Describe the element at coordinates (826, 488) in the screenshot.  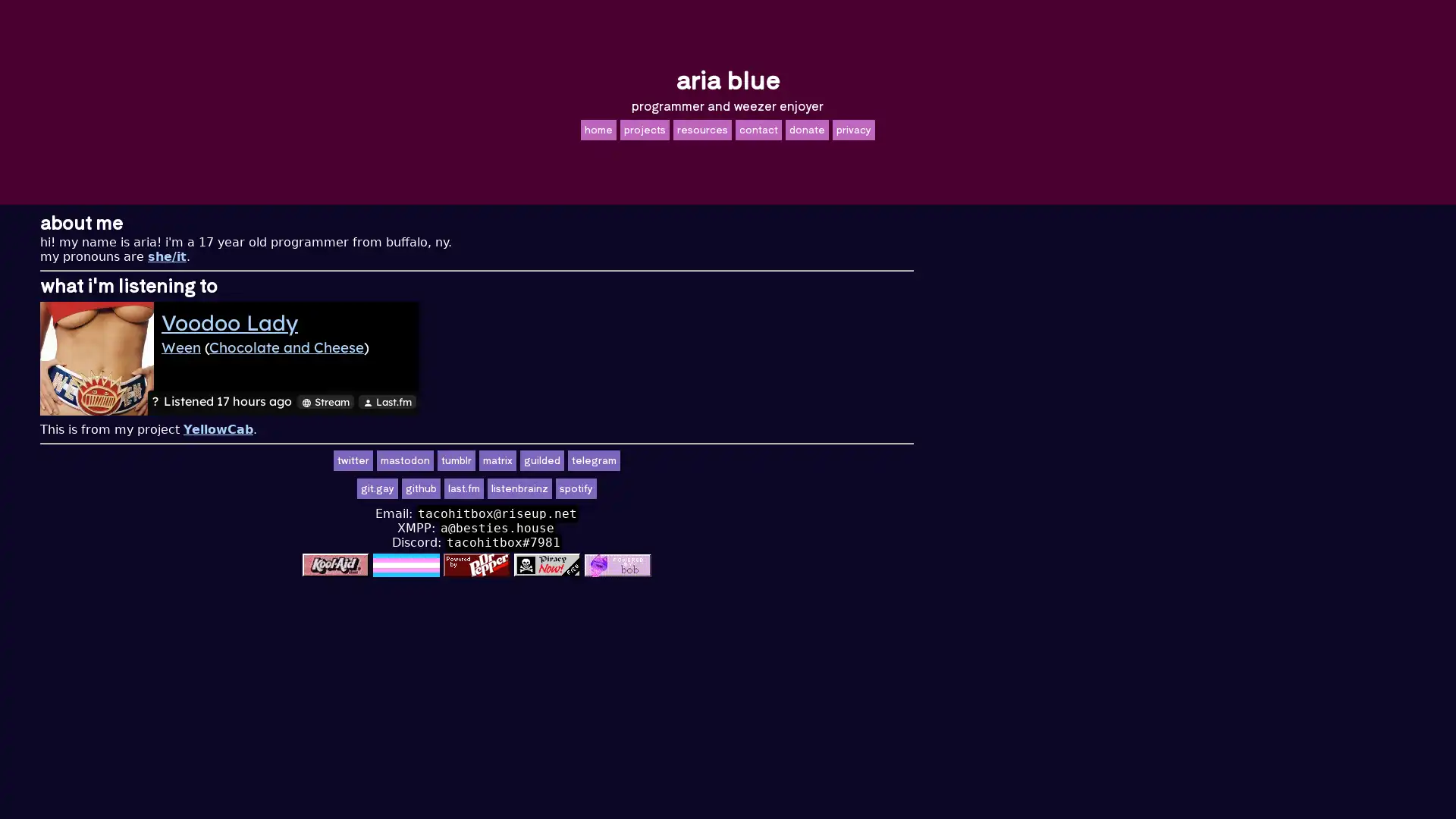
I see `spotify` at that location.